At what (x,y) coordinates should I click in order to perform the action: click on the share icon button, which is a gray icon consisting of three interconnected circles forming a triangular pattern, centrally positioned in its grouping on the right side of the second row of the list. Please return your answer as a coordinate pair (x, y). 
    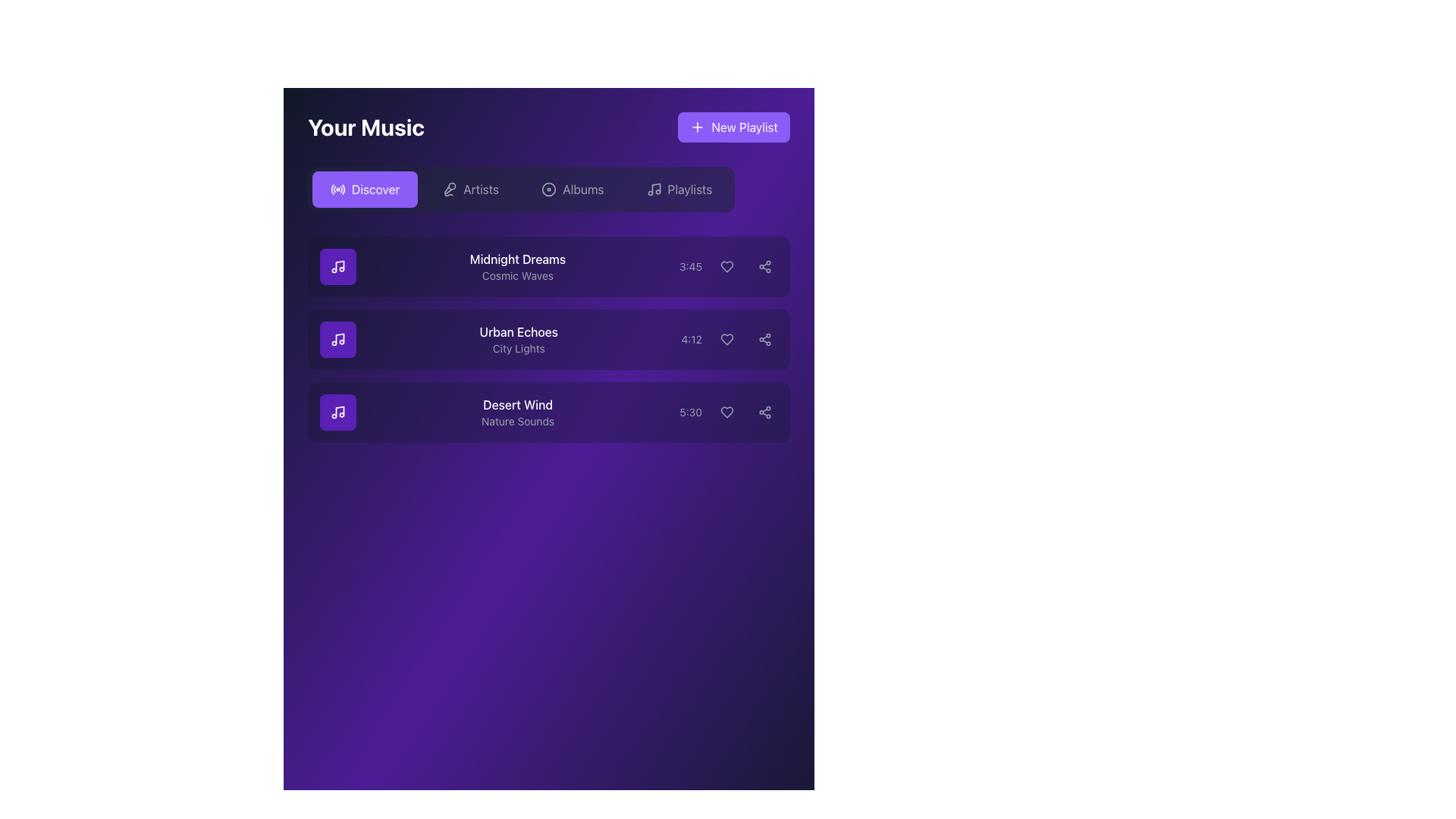
    Looking at the image, I should click on (764, 338).